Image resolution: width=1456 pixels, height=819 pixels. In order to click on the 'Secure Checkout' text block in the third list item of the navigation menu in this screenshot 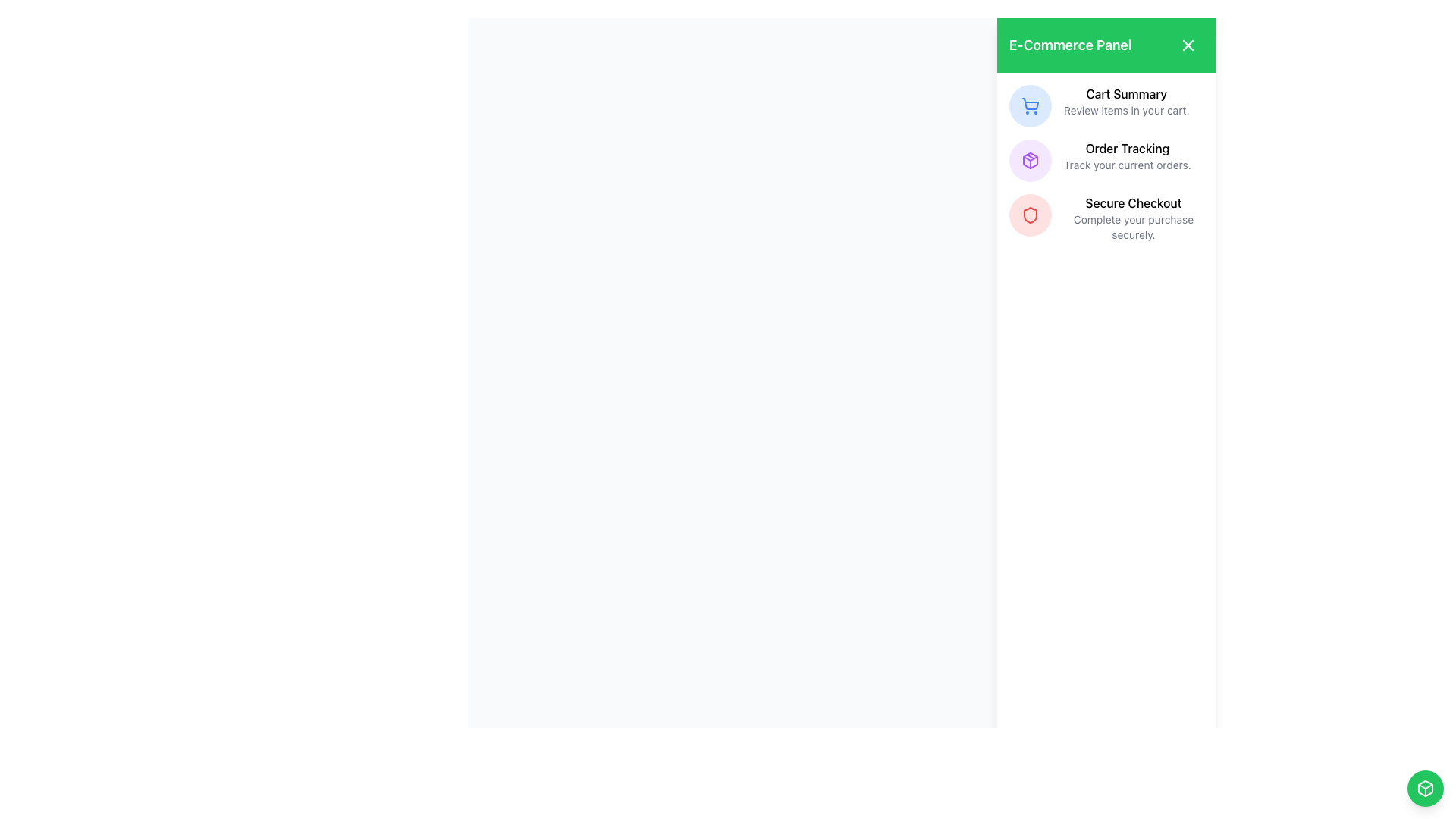, I will do `click(1106, 218)`.